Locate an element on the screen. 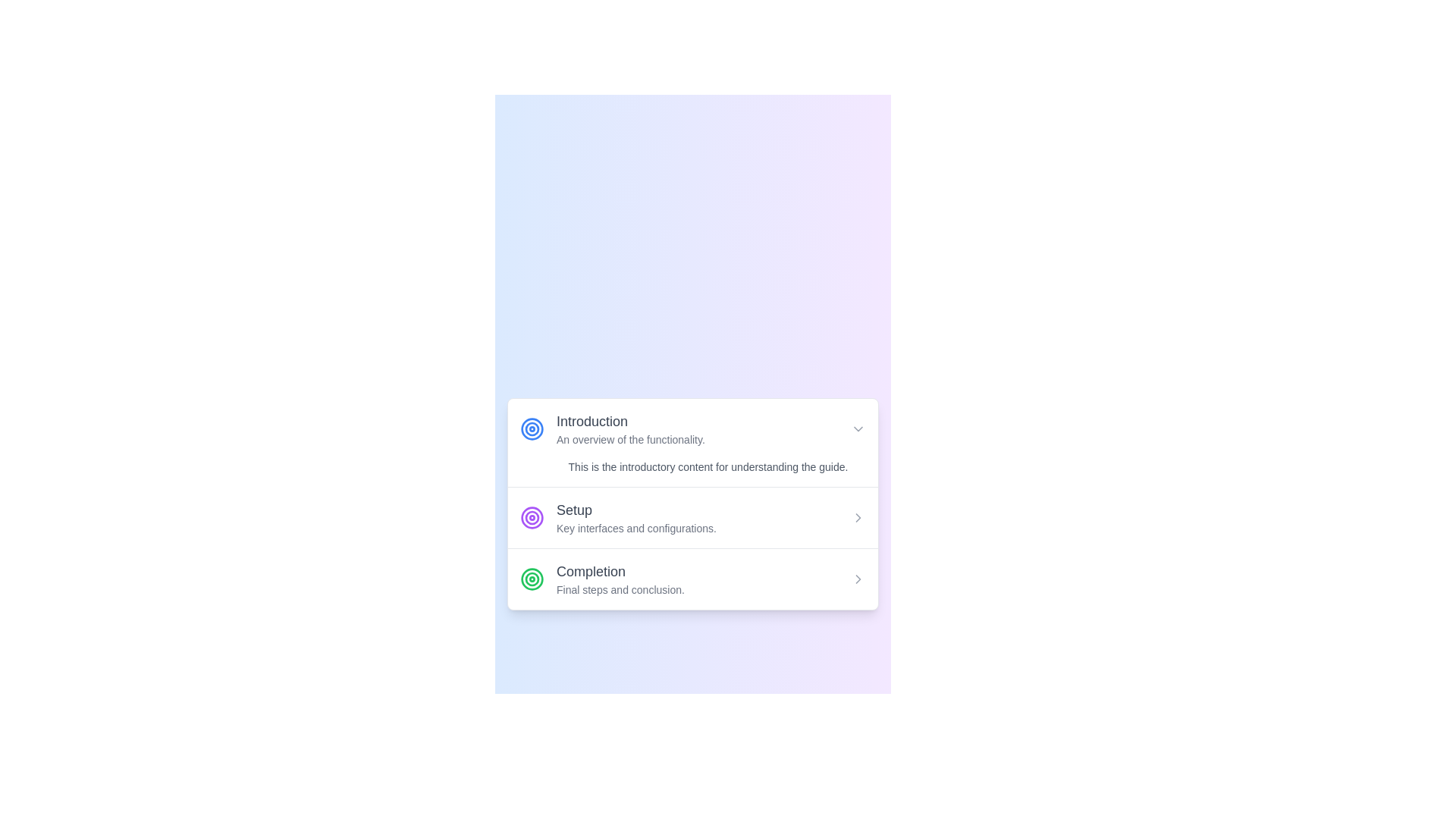  the circular target icon with three concentric rings in blue, located next to the 'Introduction' text header is located at coordinates (532, 429).